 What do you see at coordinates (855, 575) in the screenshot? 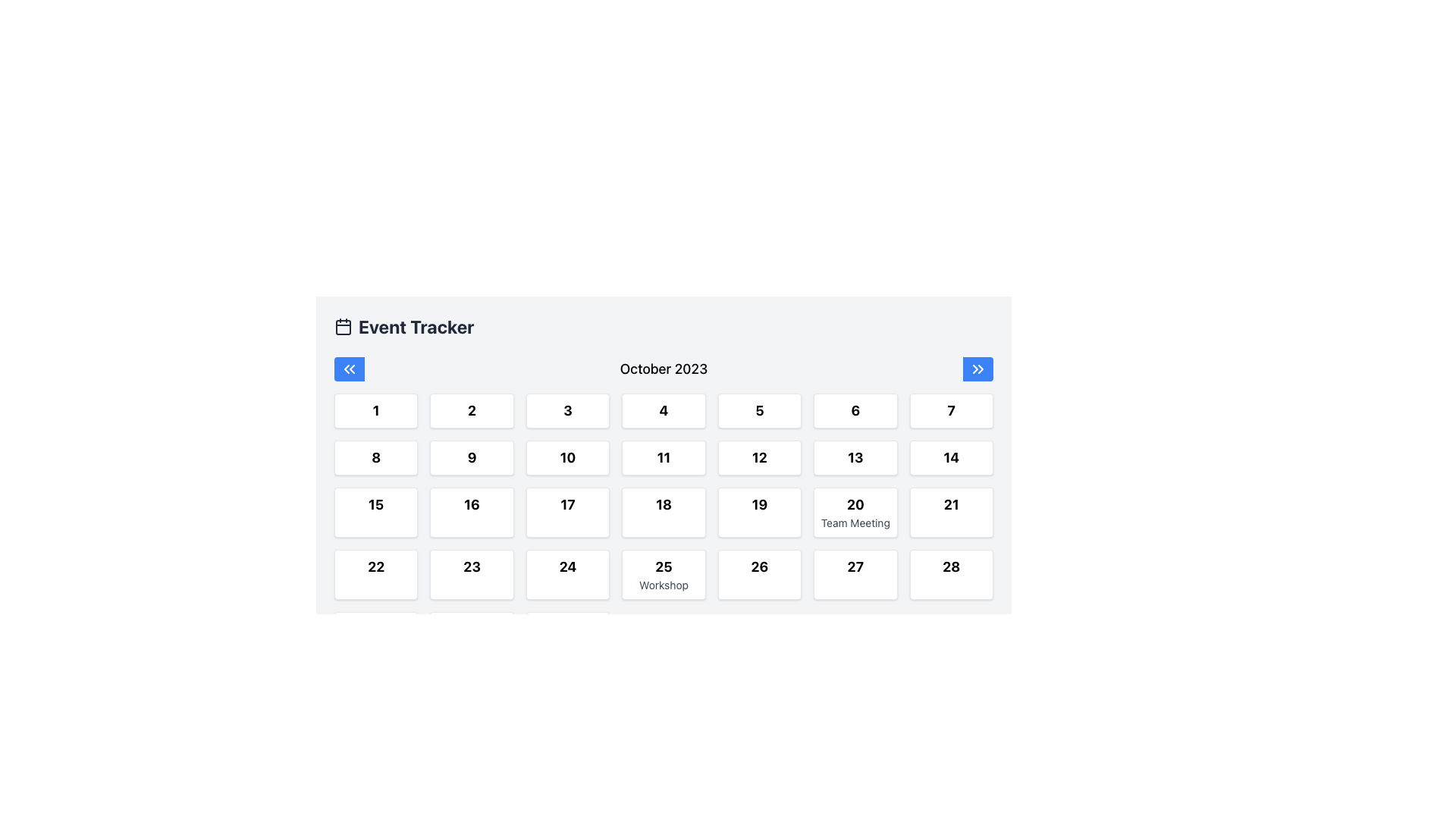
I see `the Date cell displaying the number '27' in bold font, which is the sixth cell in the bottom row of the calendar grid` at bounding box center [855, 575].